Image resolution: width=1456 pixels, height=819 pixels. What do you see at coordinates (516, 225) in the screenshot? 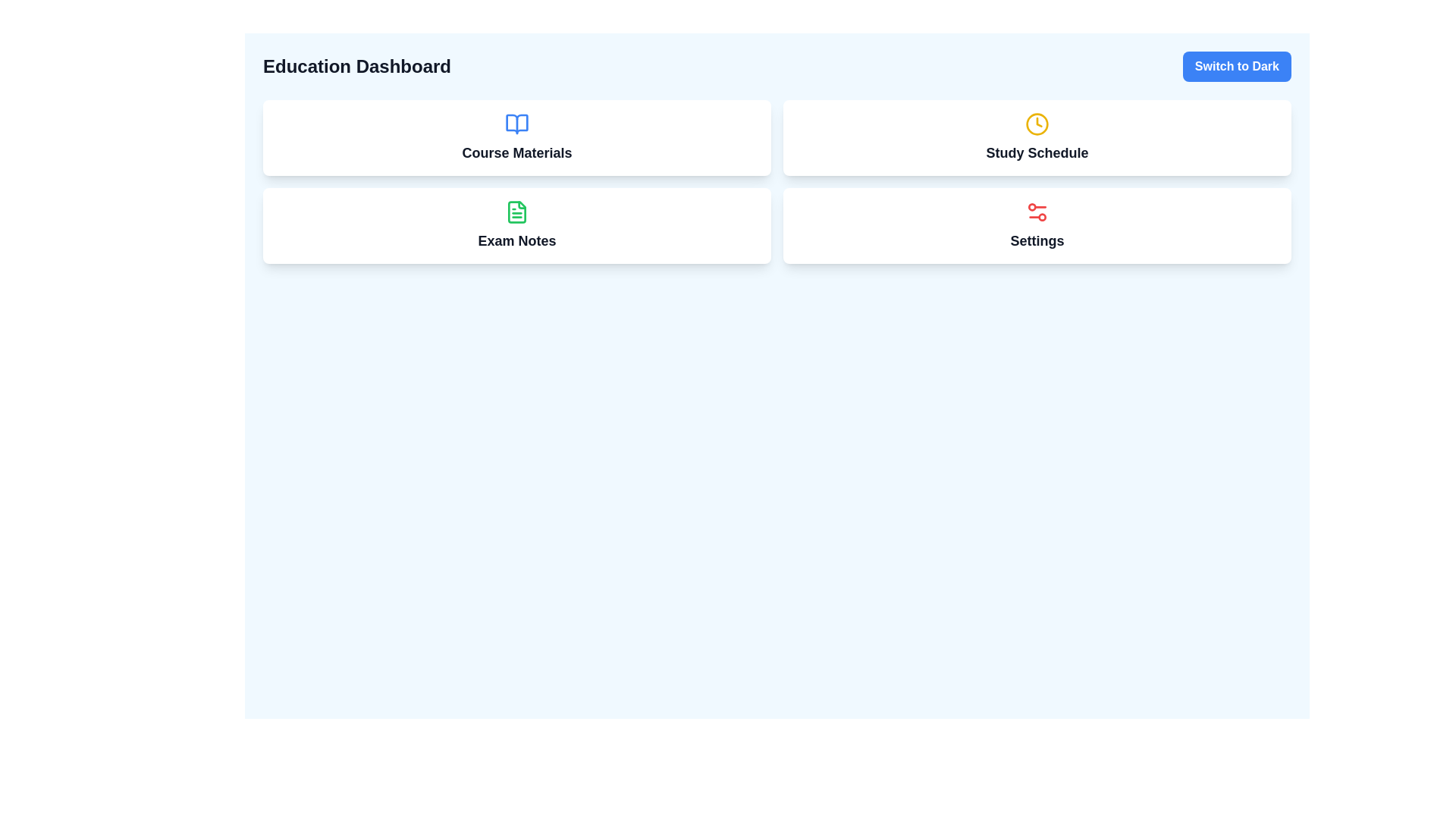
I see `the button-like rectangular card located in the bottom-left corner of a 2x2 grid layout` at bounding box center [516, 225].